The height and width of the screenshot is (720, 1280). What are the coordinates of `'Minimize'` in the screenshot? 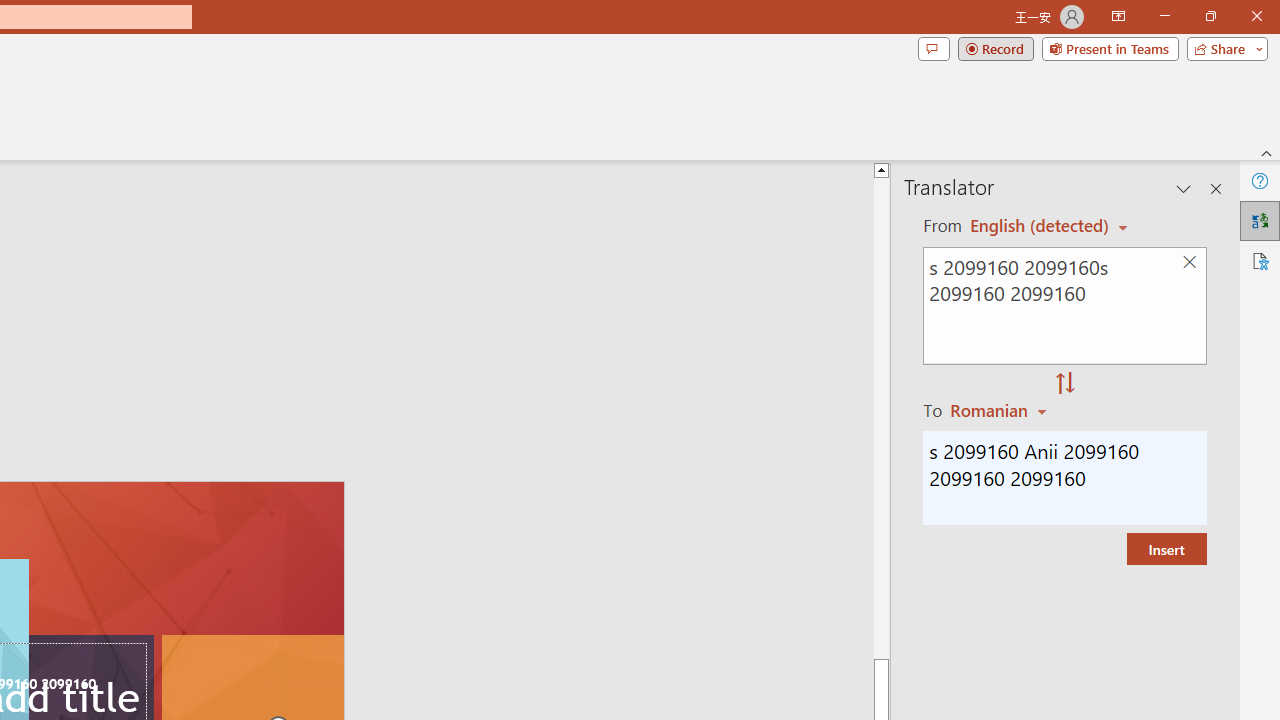 It's located at (1164, 16).